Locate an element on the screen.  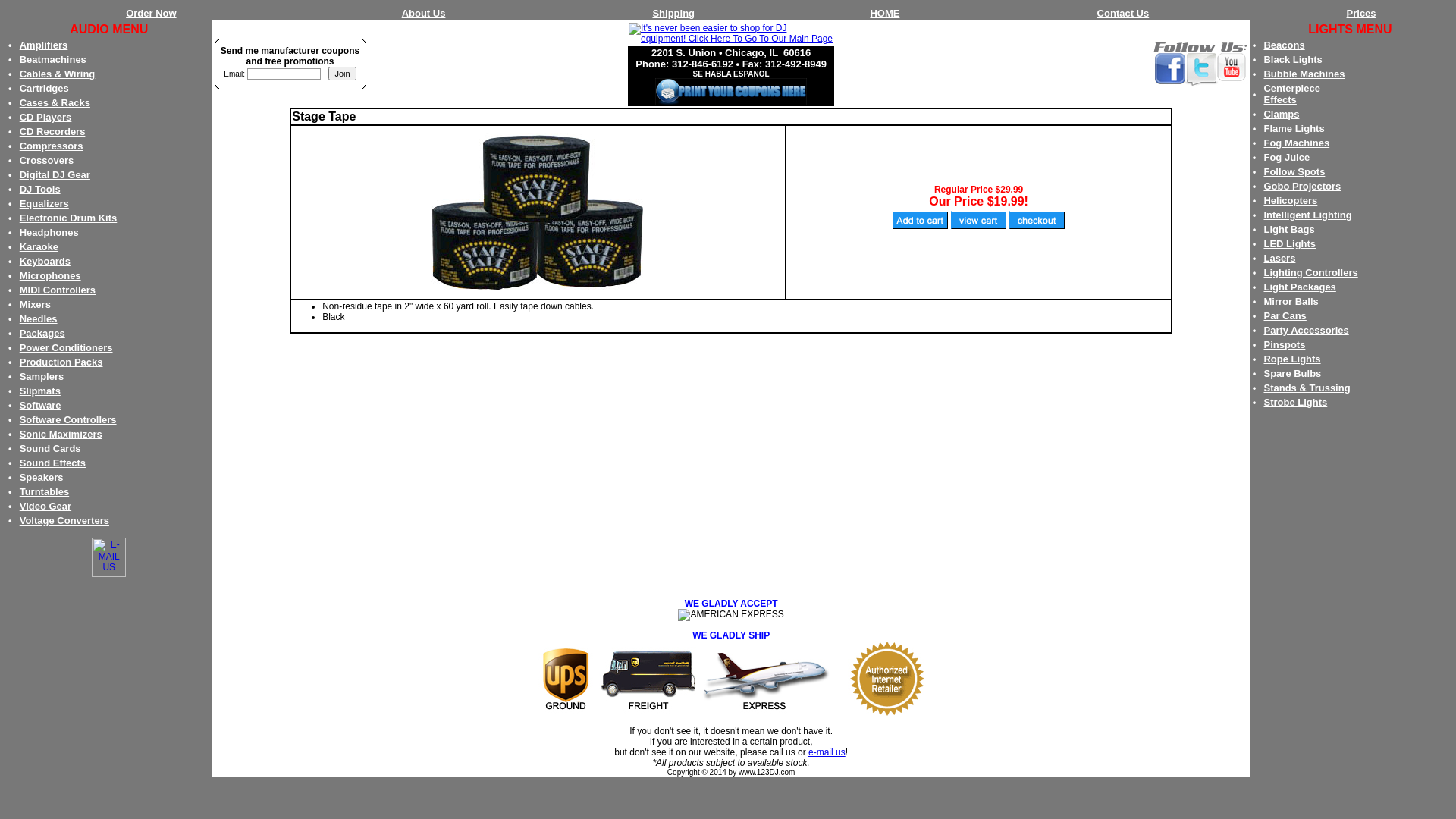
'Keyboards' is located at coordinates (45, 260).